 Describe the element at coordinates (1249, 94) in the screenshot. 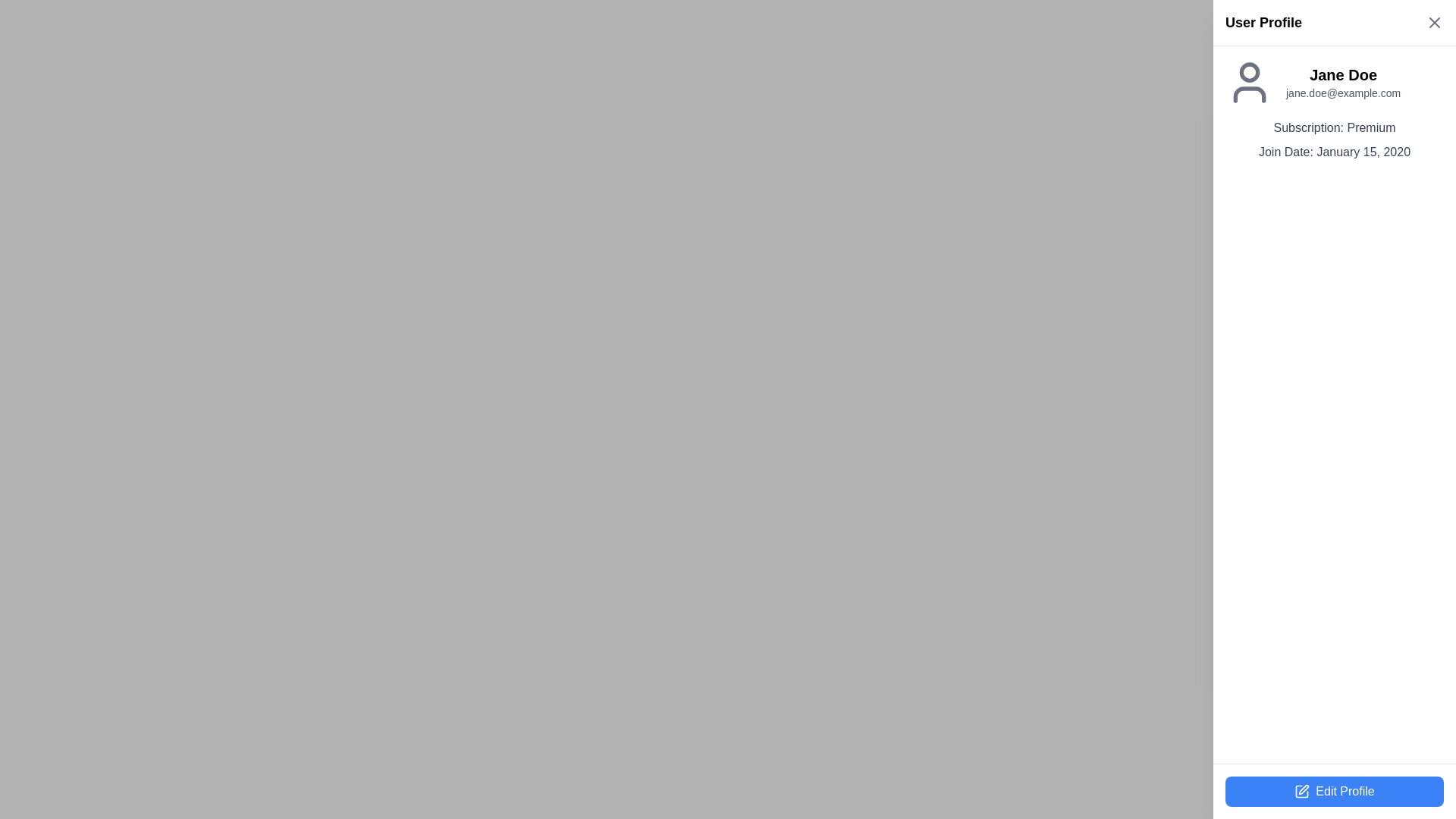

I see `the lower-body shape icon in the user profile graphic located at the top-right section of the layout, underneath the circular profile image` at that location.